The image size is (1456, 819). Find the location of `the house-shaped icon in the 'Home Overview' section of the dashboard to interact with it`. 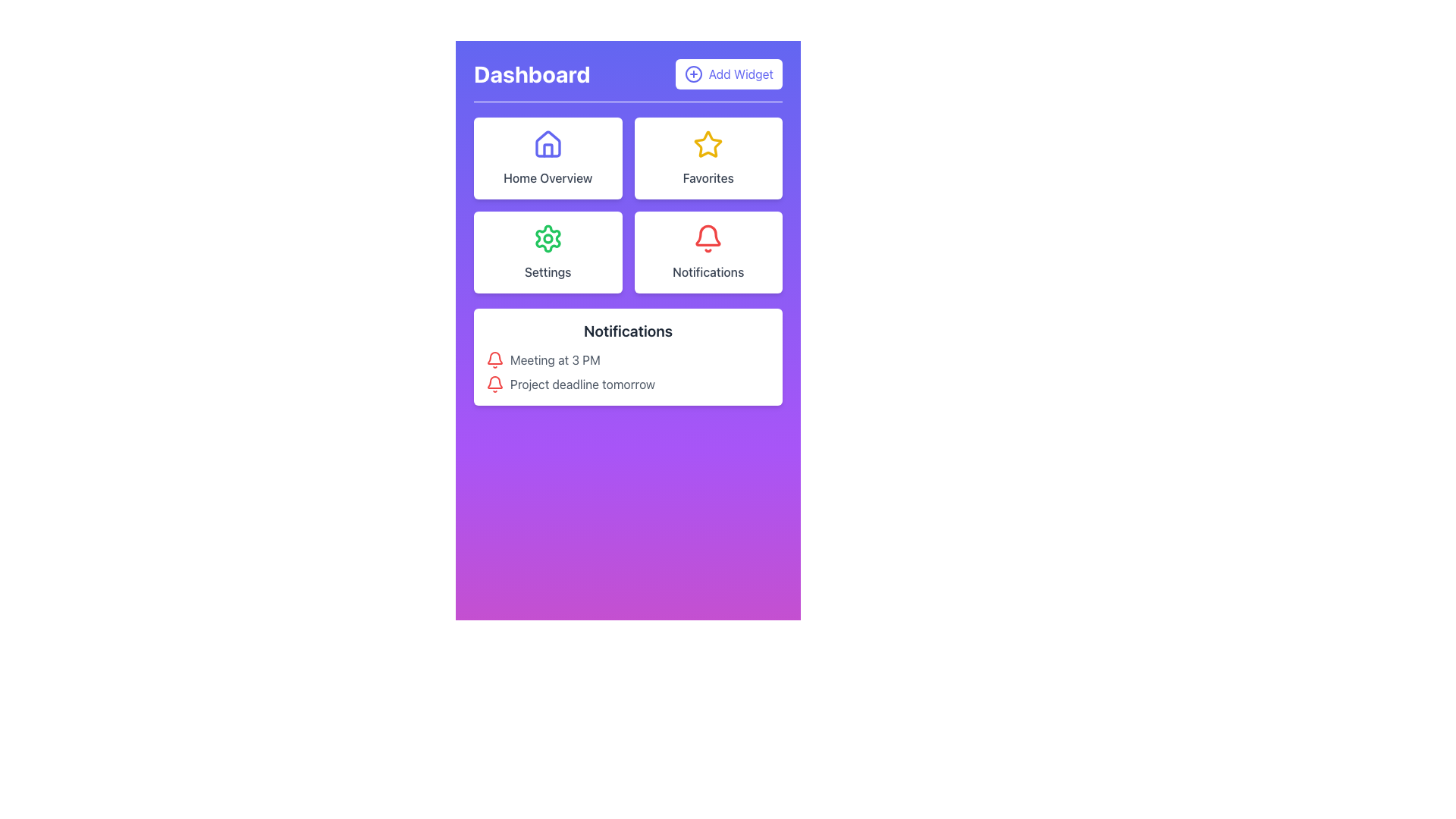

the house-shaped icon in the 'Home Overview' section of the dashboard to interact with it is located at coordinates (547, 144).